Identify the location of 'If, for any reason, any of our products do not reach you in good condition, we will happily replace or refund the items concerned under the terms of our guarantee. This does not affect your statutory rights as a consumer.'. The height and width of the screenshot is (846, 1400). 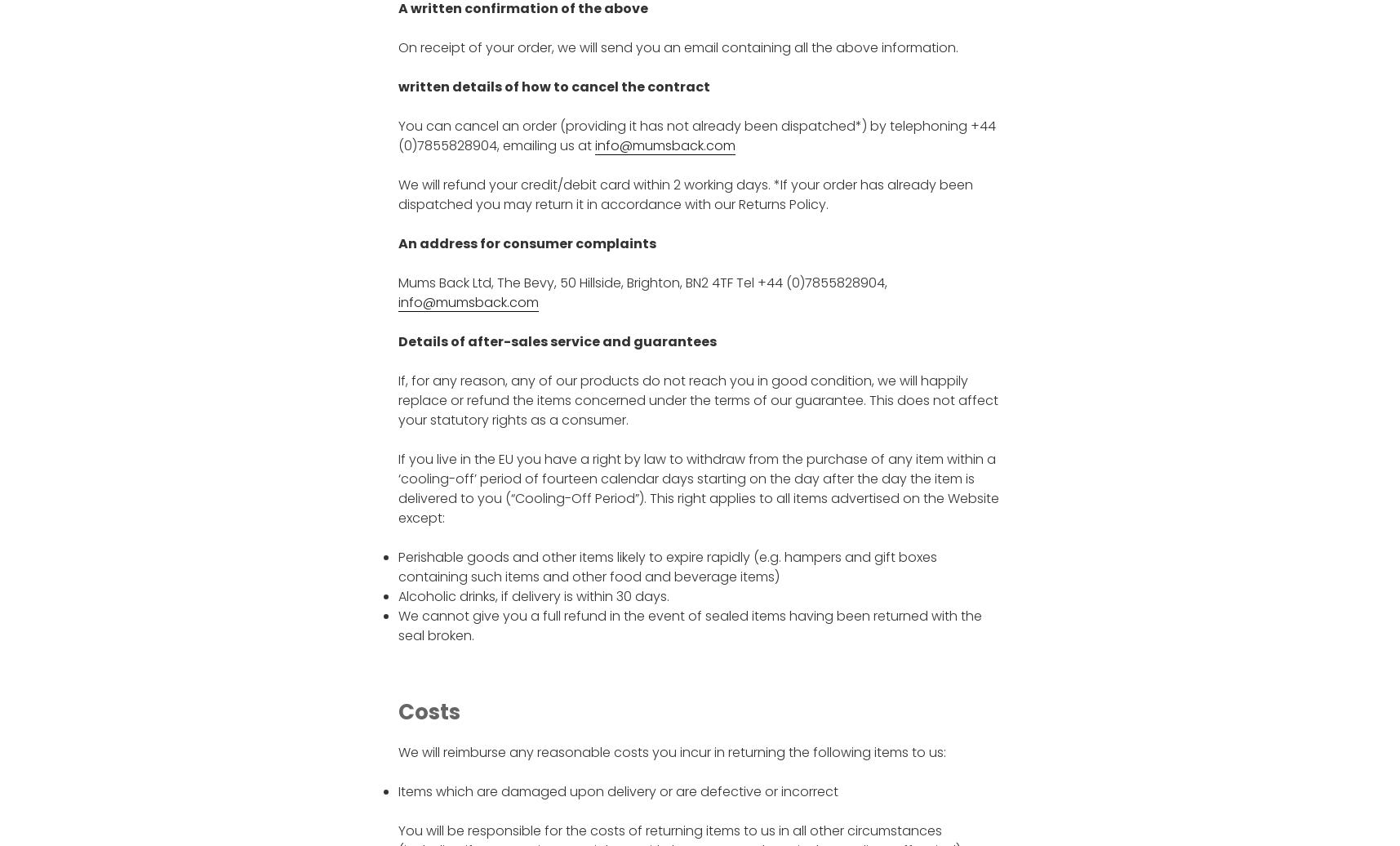
(696, 400).